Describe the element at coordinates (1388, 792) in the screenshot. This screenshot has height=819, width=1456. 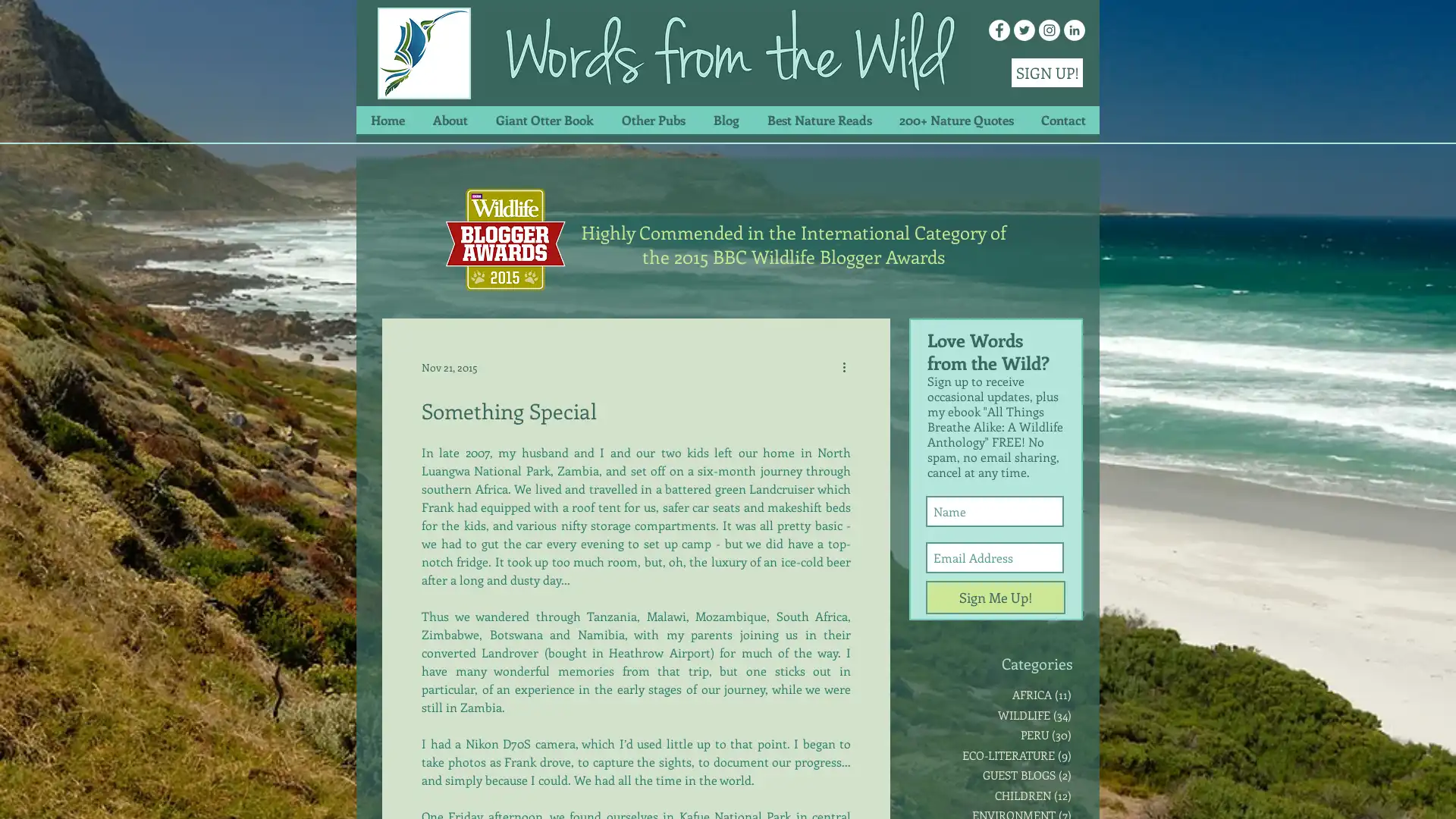
I see `Accept` at that location.